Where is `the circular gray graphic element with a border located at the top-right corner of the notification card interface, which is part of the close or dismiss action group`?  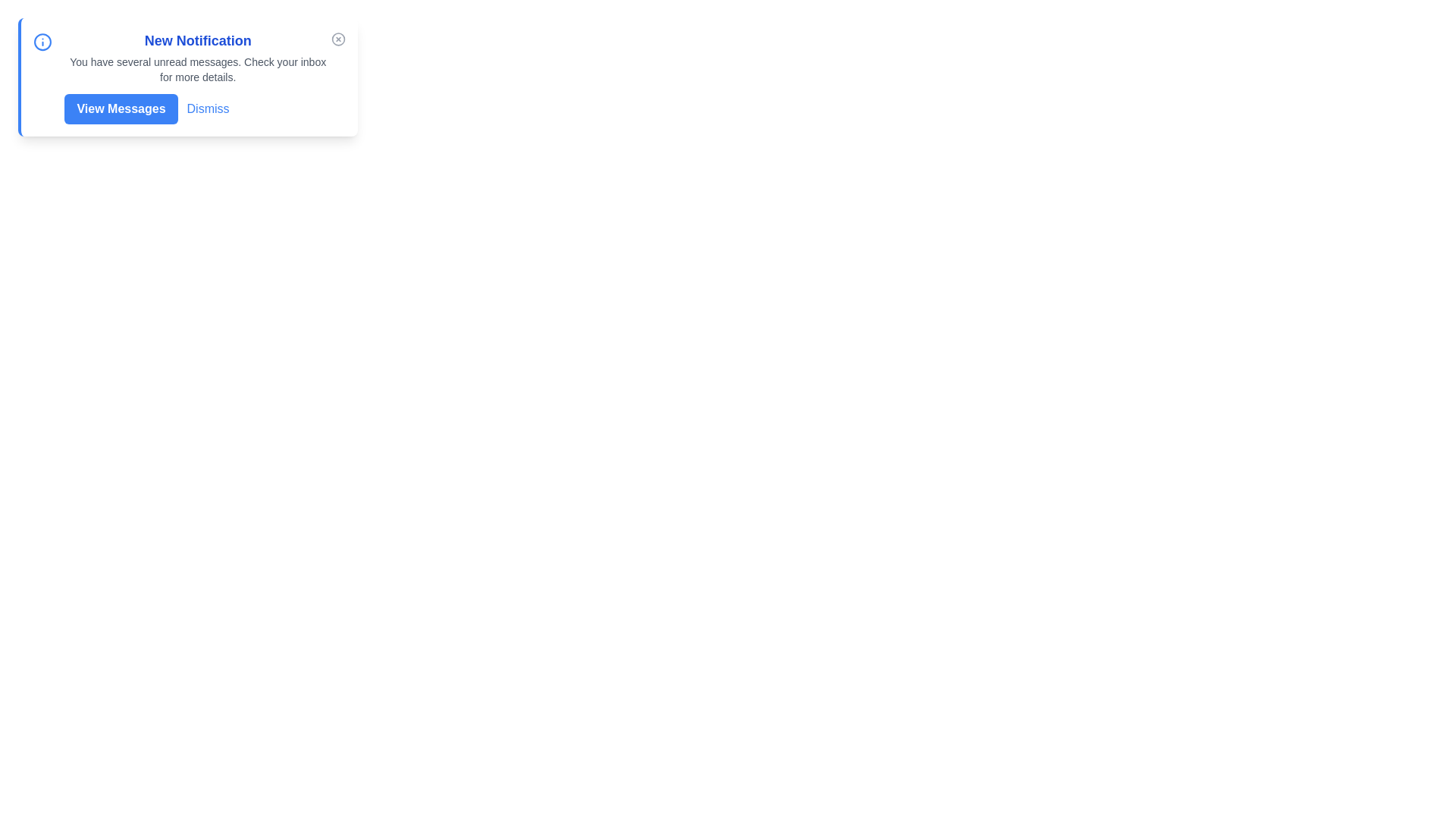 the circular gray graphic element with a border located at the top-right corner of the notification card interface, which is part of the close or dismiss action group is located at coordinates (337, 38).